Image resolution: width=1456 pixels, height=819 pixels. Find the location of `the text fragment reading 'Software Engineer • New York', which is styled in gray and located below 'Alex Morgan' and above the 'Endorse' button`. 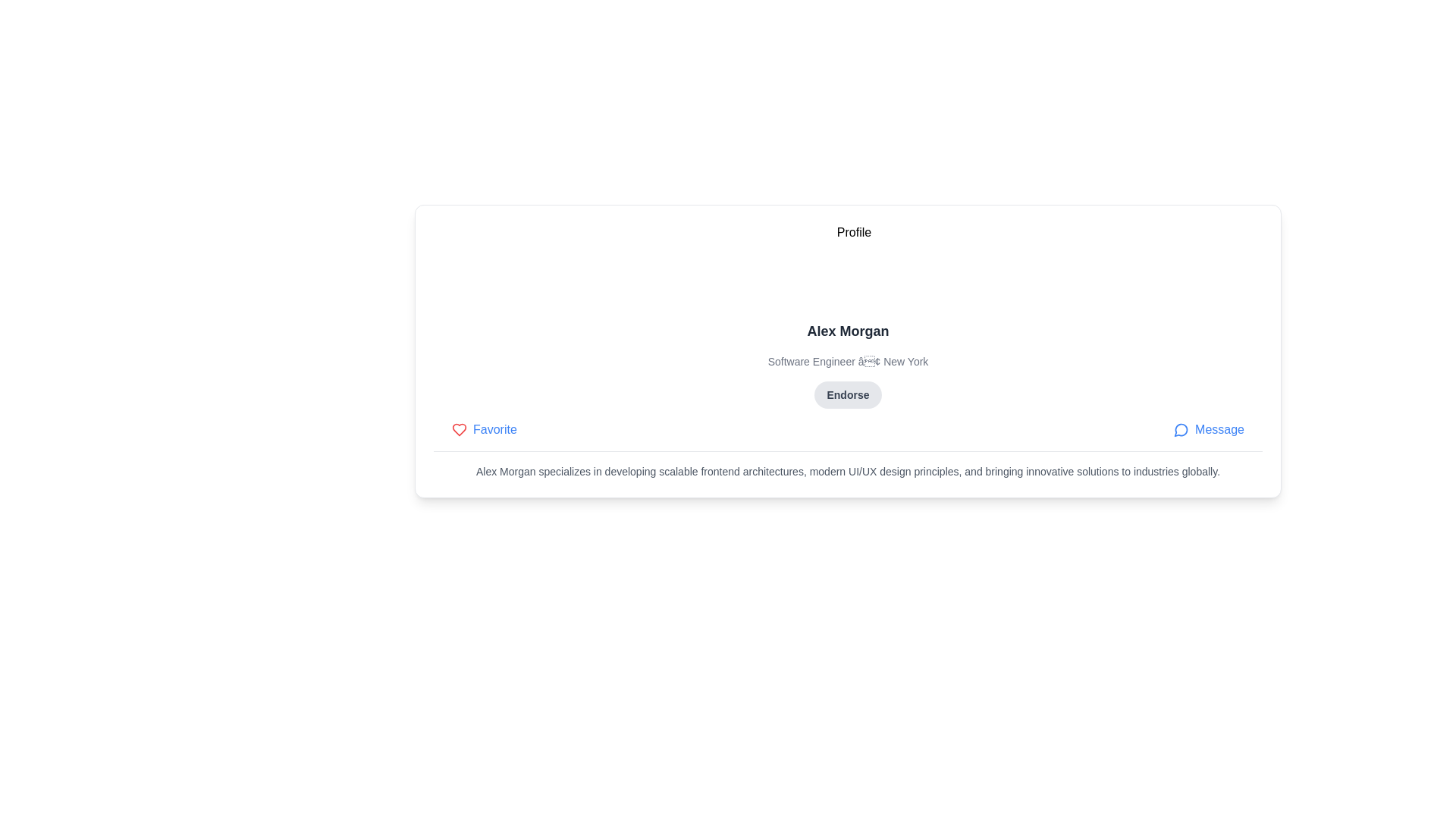

the text fragment reading 'Software Engineer • New York', which is styled in gray and located below 'Alex Morgan' and above the 'Endorse' button is located at coordinates (847, 362).